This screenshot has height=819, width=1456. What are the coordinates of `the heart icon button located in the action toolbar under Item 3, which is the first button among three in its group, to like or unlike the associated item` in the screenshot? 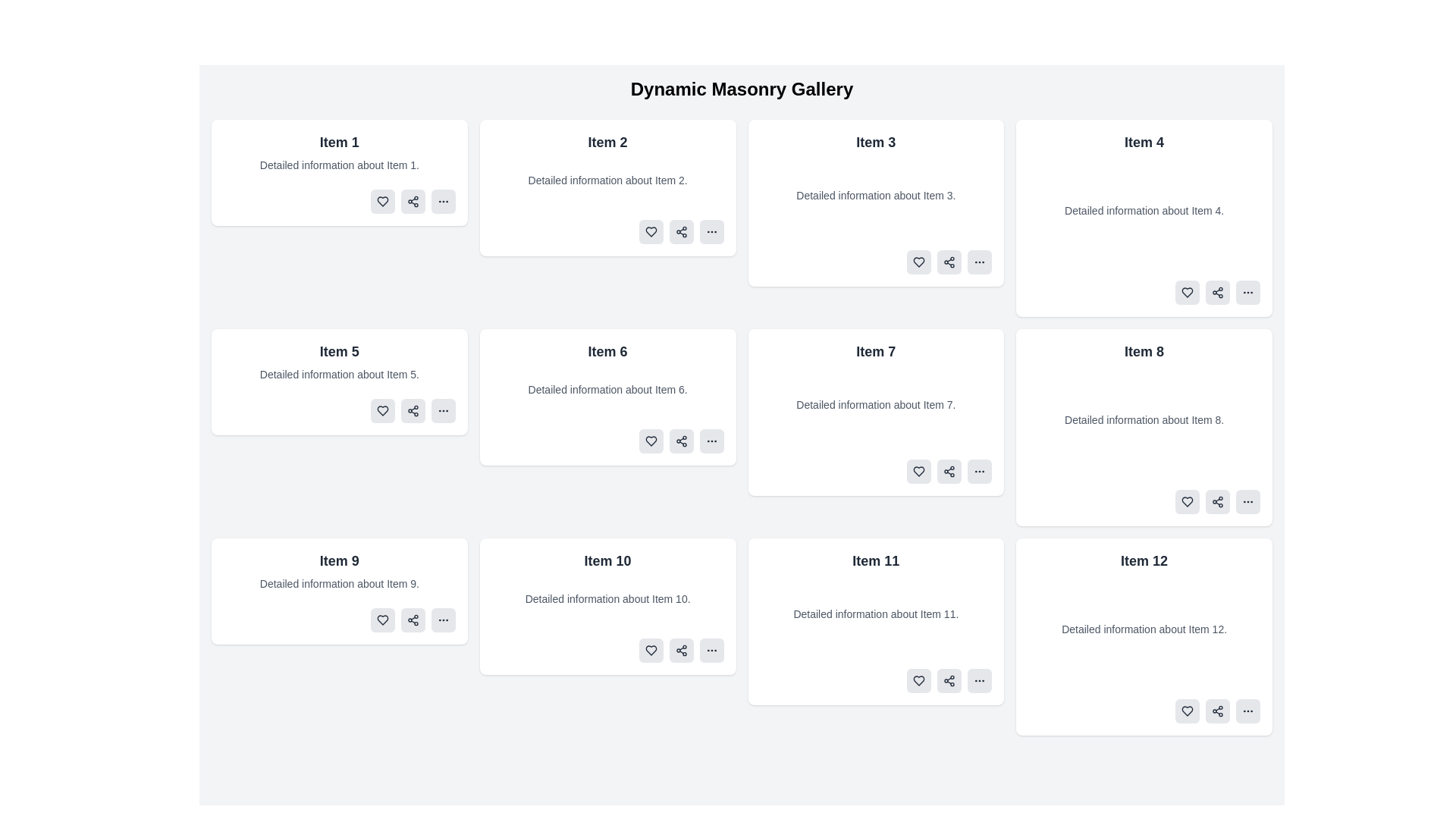 It's located at (918, 262).